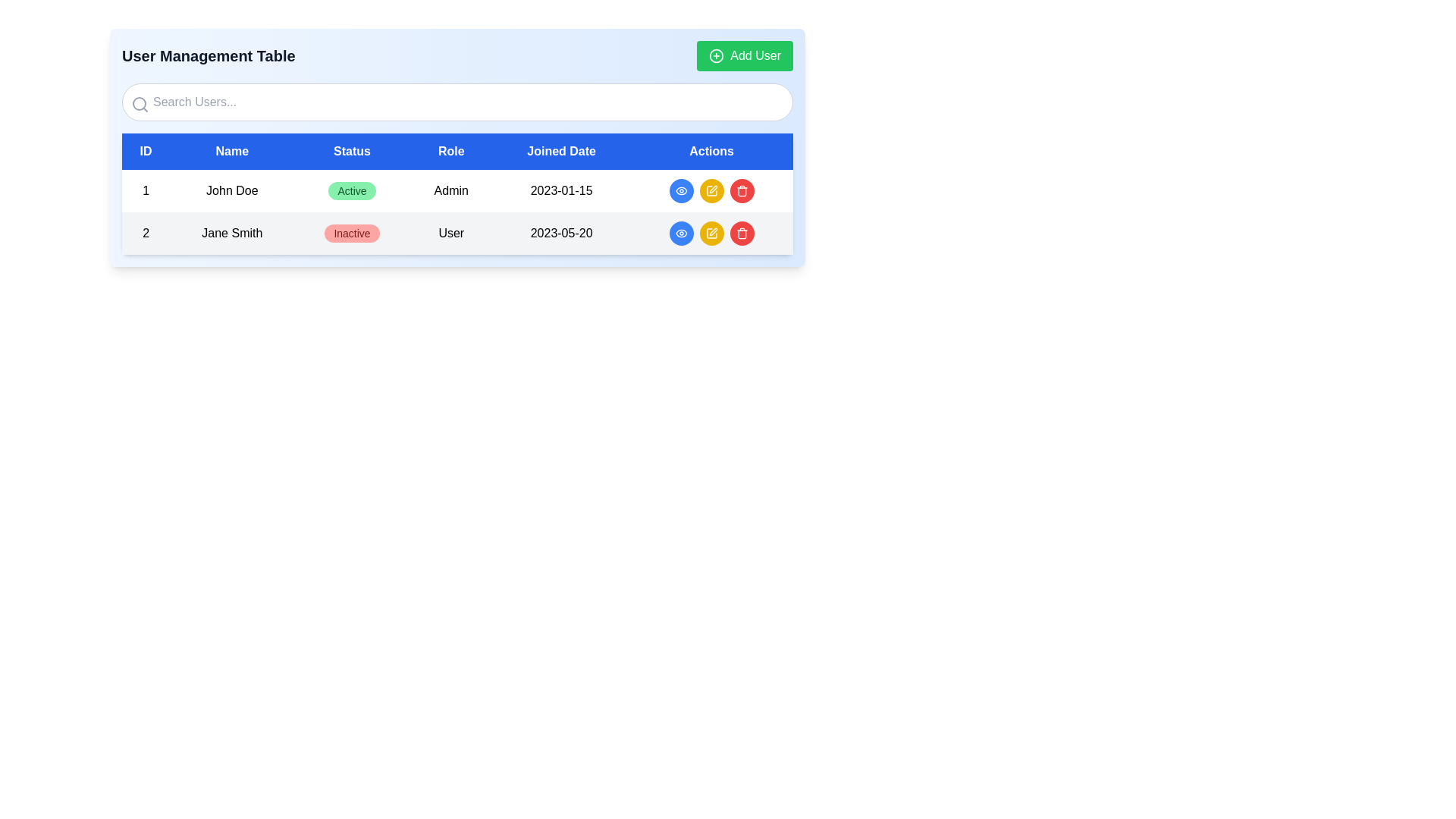  What do you see at coordinates (560, 152) in the screenshot?
I see `the 'Joined Date' table header cell, which is styled as a button with white text on a blue background, to interact with table features` at bounding box center [560, 152].